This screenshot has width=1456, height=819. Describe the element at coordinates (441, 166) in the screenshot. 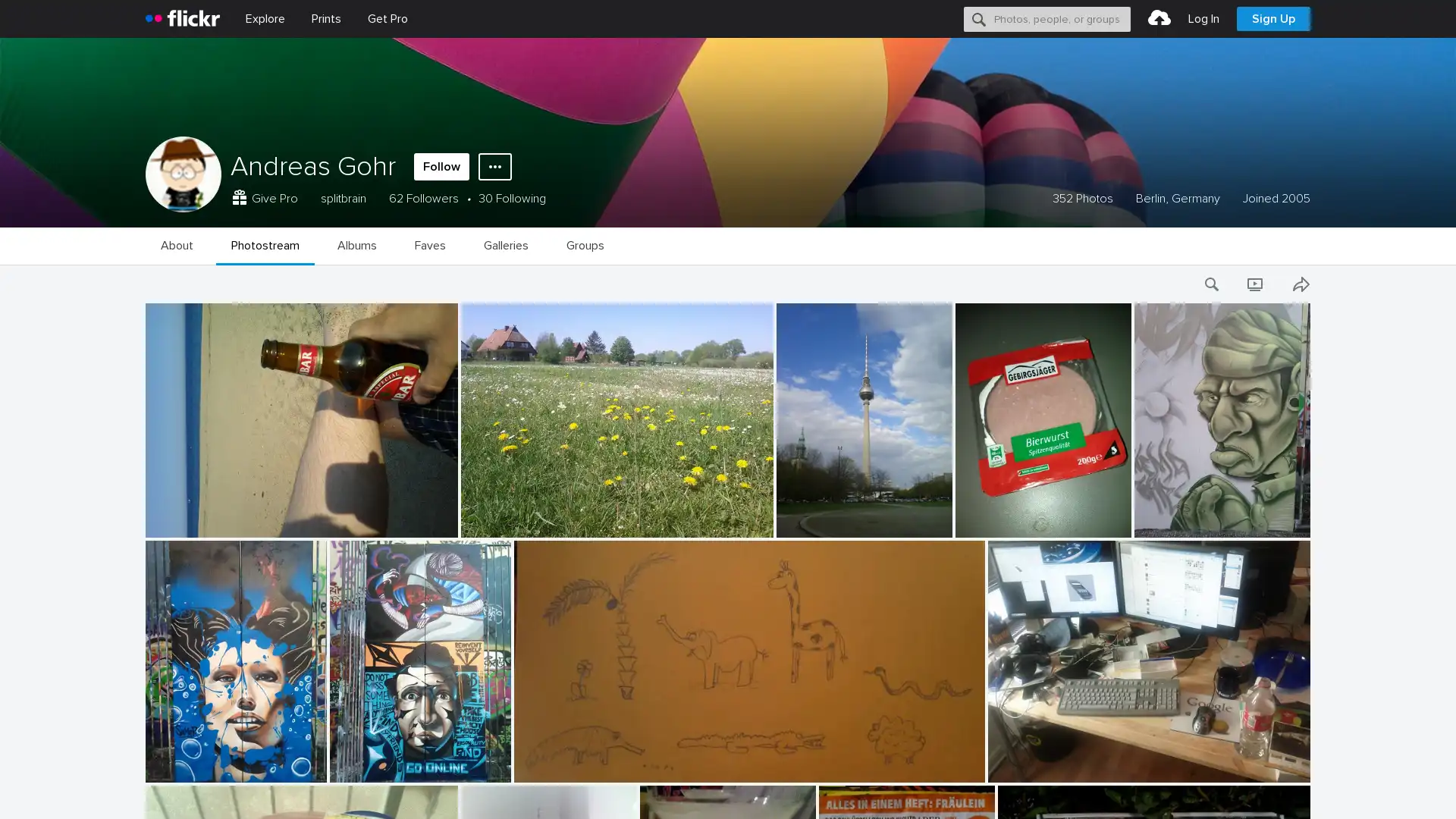

I see `Follow` at that location.